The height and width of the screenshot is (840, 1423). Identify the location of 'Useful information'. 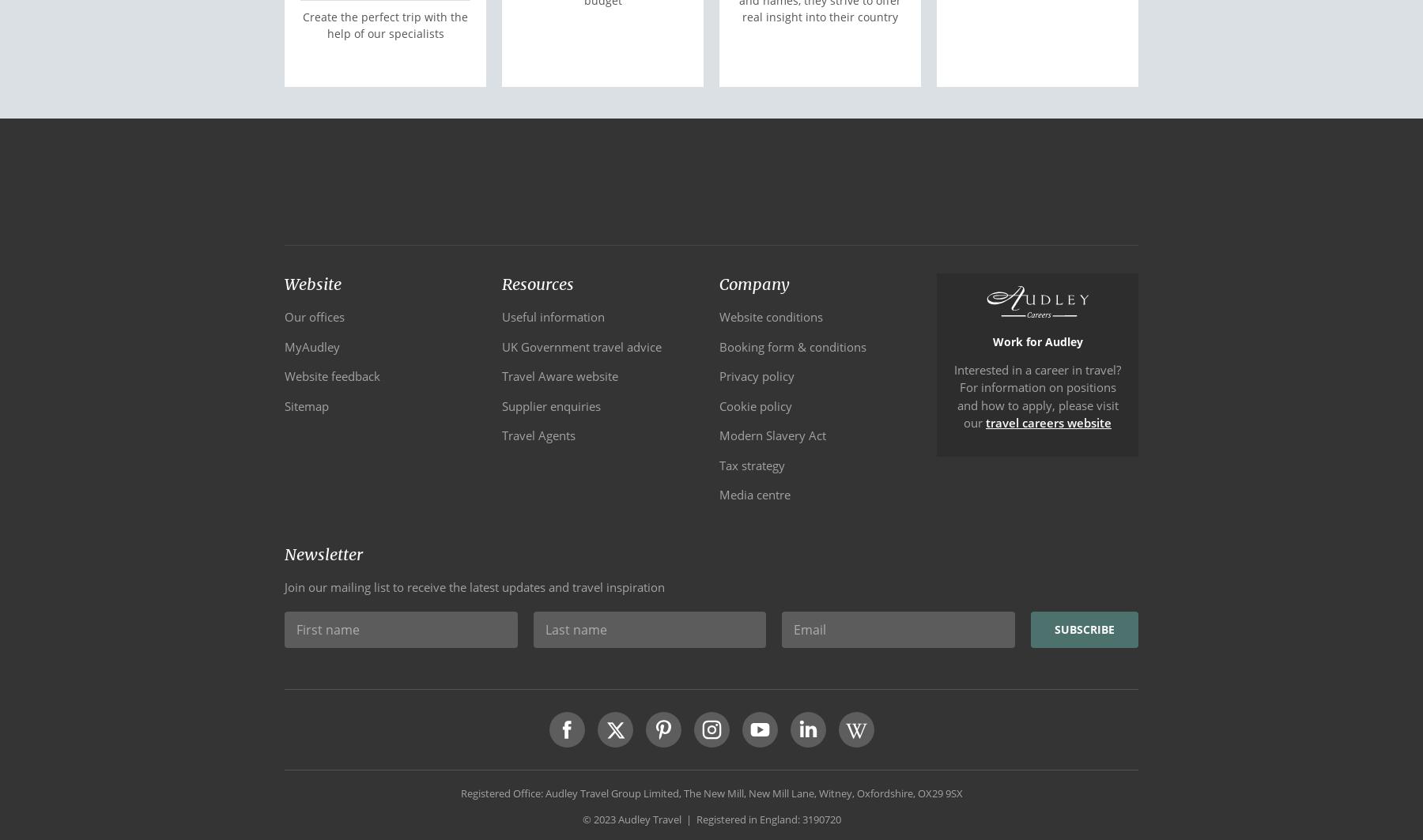
(553, 316).